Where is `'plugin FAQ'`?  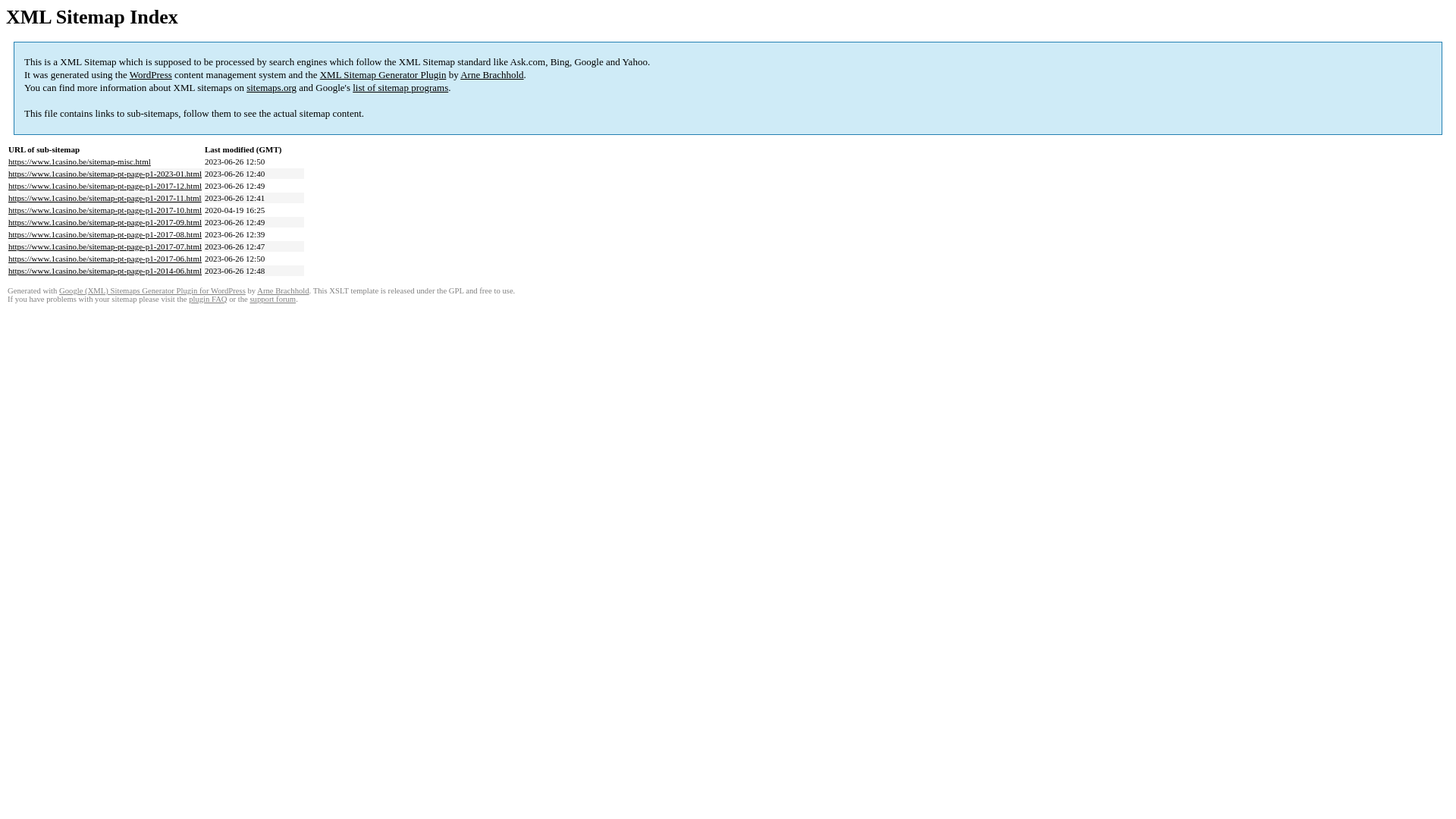 'plugin FAQ' is located at coordinates (206, 299).